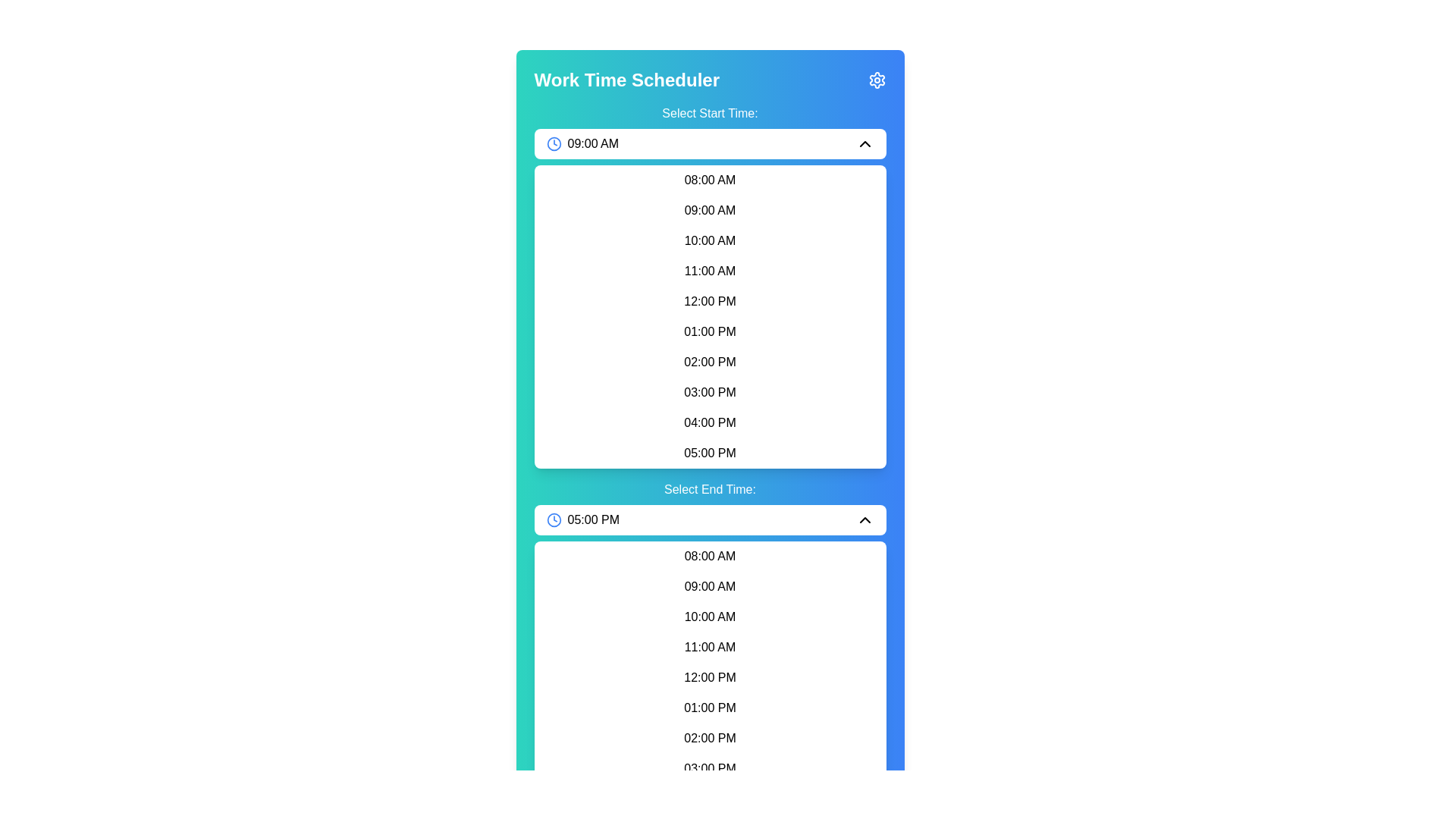 This screenshot has width=1456, height=819. What do you see at coordinates (709, 677) in the screenshot?
I see `the fifth time option '12:00 PM' in the dropdown list under 'Select End Time'` at bounding box center [709, 677].